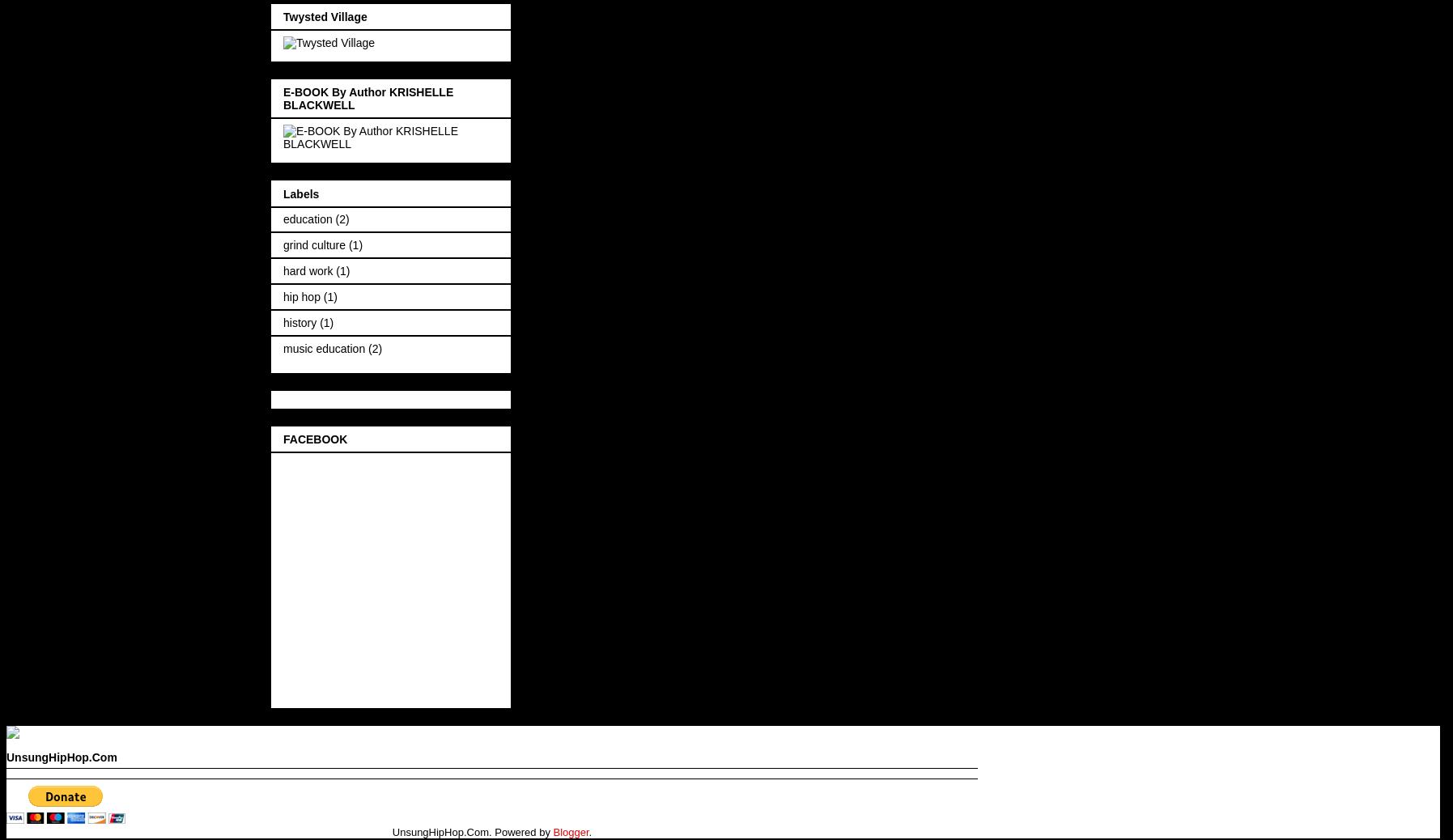  I want to click on 'Labels', so click(283, 193).